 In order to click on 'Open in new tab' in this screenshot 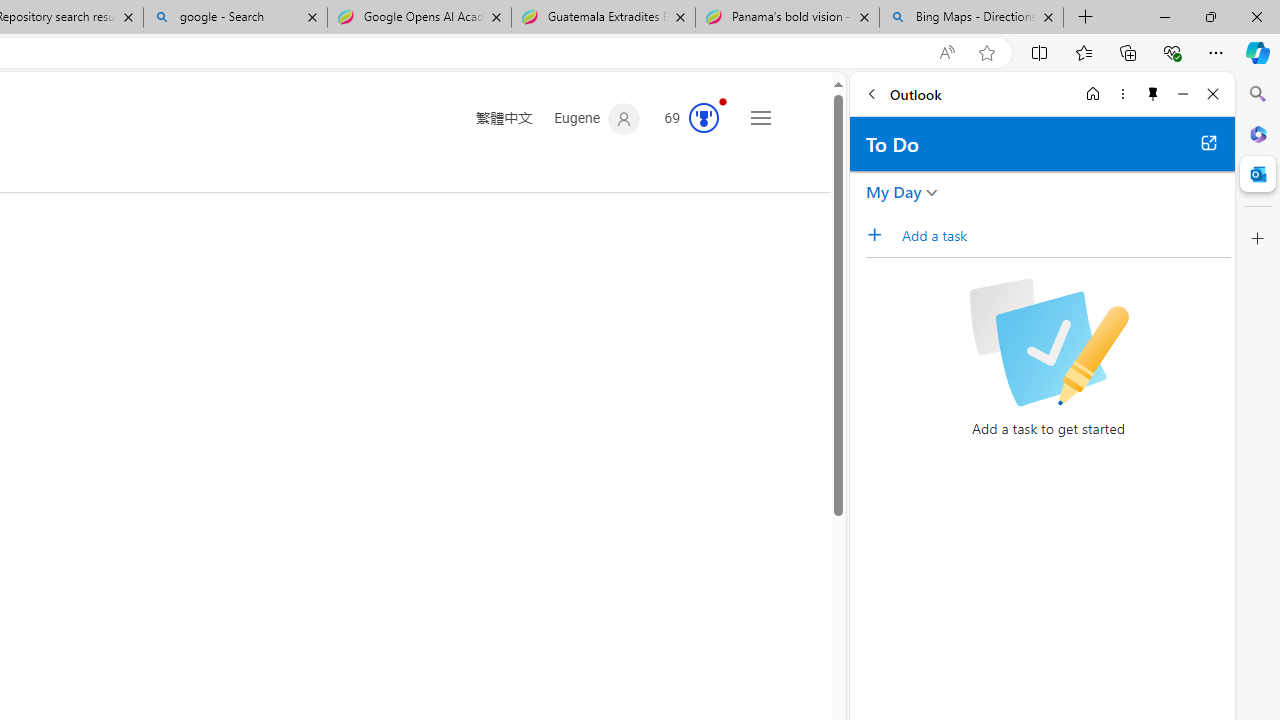, I will do `click(1207, 141)`.